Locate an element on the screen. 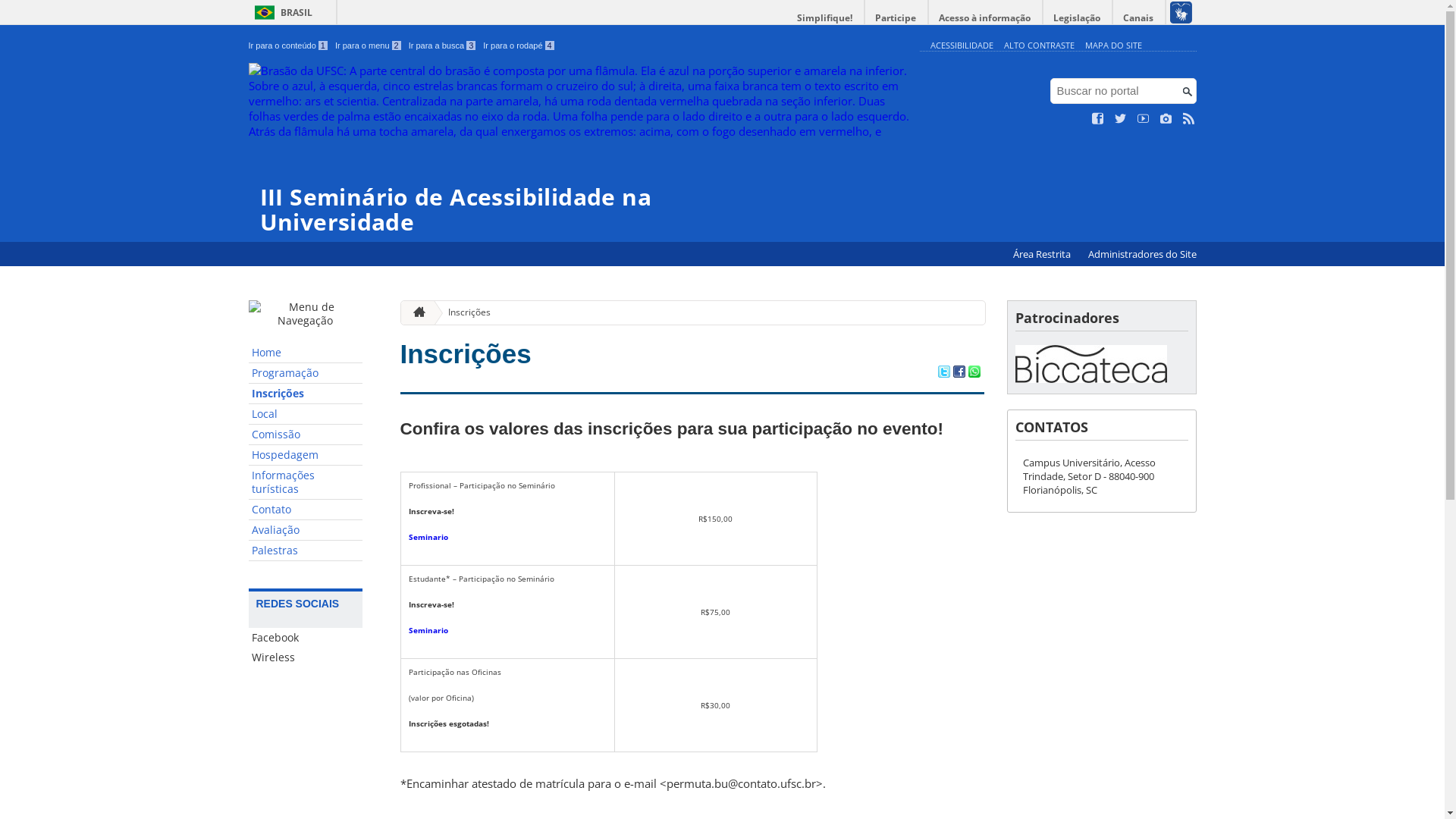 This screenshot has width=1456, height=819. 'BRASIL' is located at coordinates (281, 12).